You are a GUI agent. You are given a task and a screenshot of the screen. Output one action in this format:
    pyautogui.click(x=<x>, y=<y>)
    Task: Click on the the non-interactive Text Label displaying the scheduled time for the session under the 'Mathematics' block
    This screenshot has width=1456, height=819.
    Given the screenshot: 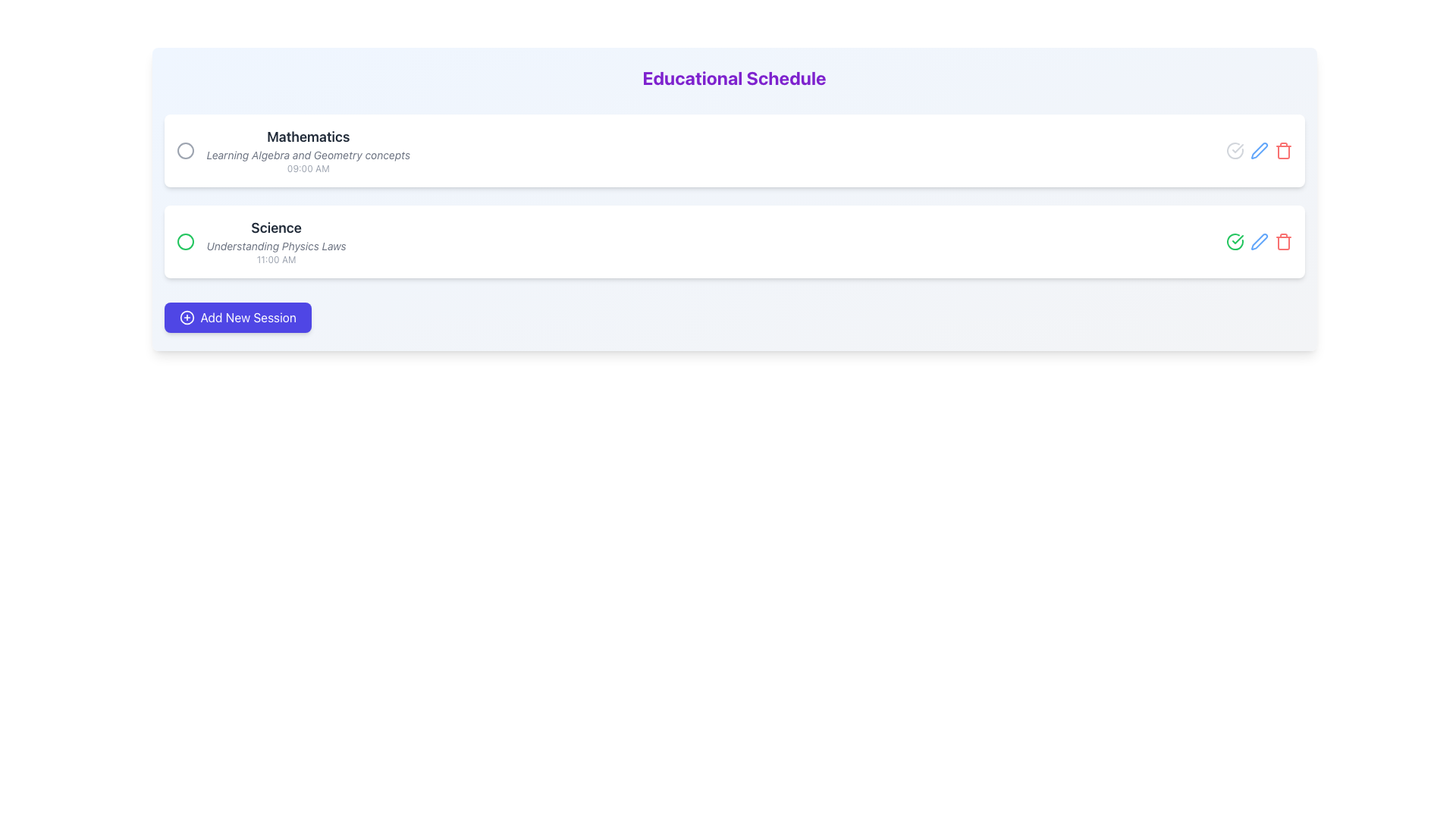 What is the action you would take?
    pyautogui.click(x=307, y=169)
    